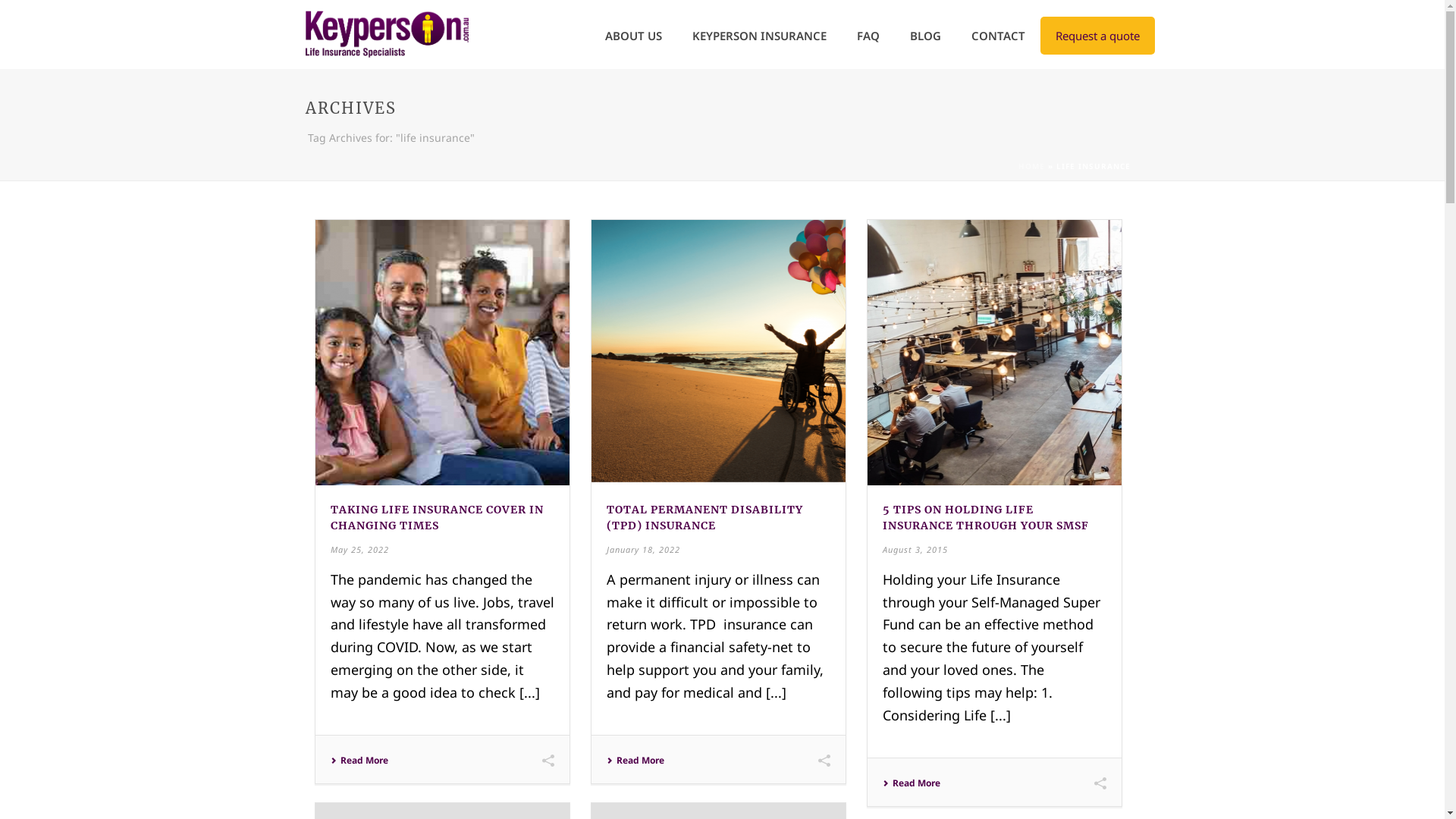 Image resolution: width=1456 pixels, height=819 pixels. Describe the element at coordinates (633, 34) in the screenshot. I see `'ABOUT US'` at that location.